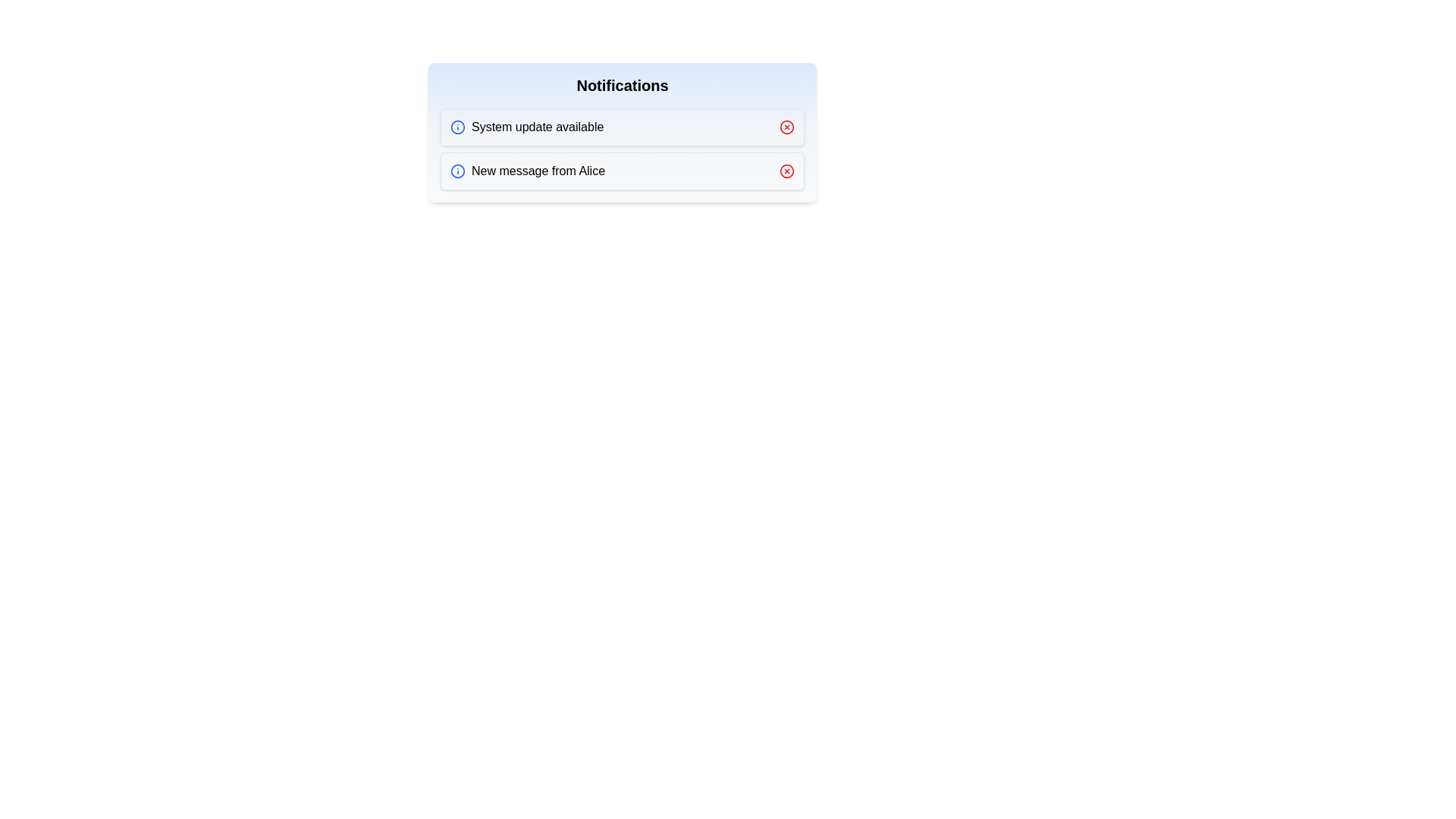 The width and height of the screenshot is (1456, 819). What do you see at coordinates (457, 127) in the screenshot?
I see `the icon representing the notification type for the first notification` at bounding box center [457, 127].